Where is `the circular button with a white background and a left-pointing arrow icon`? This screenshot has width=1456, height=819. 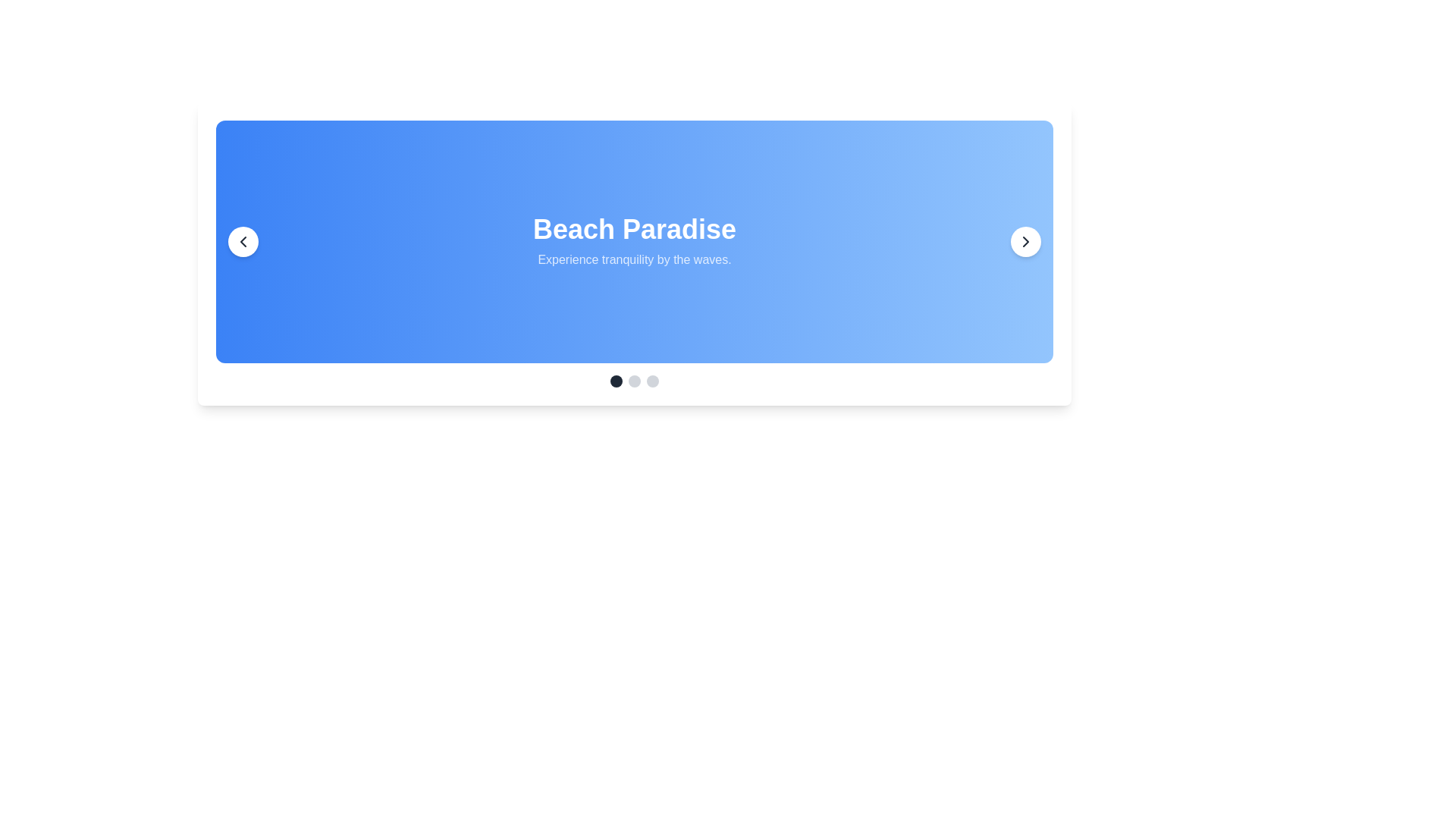 the circular button with a white background and a left-pointing arrow icon is located at coordinates (243, 241).